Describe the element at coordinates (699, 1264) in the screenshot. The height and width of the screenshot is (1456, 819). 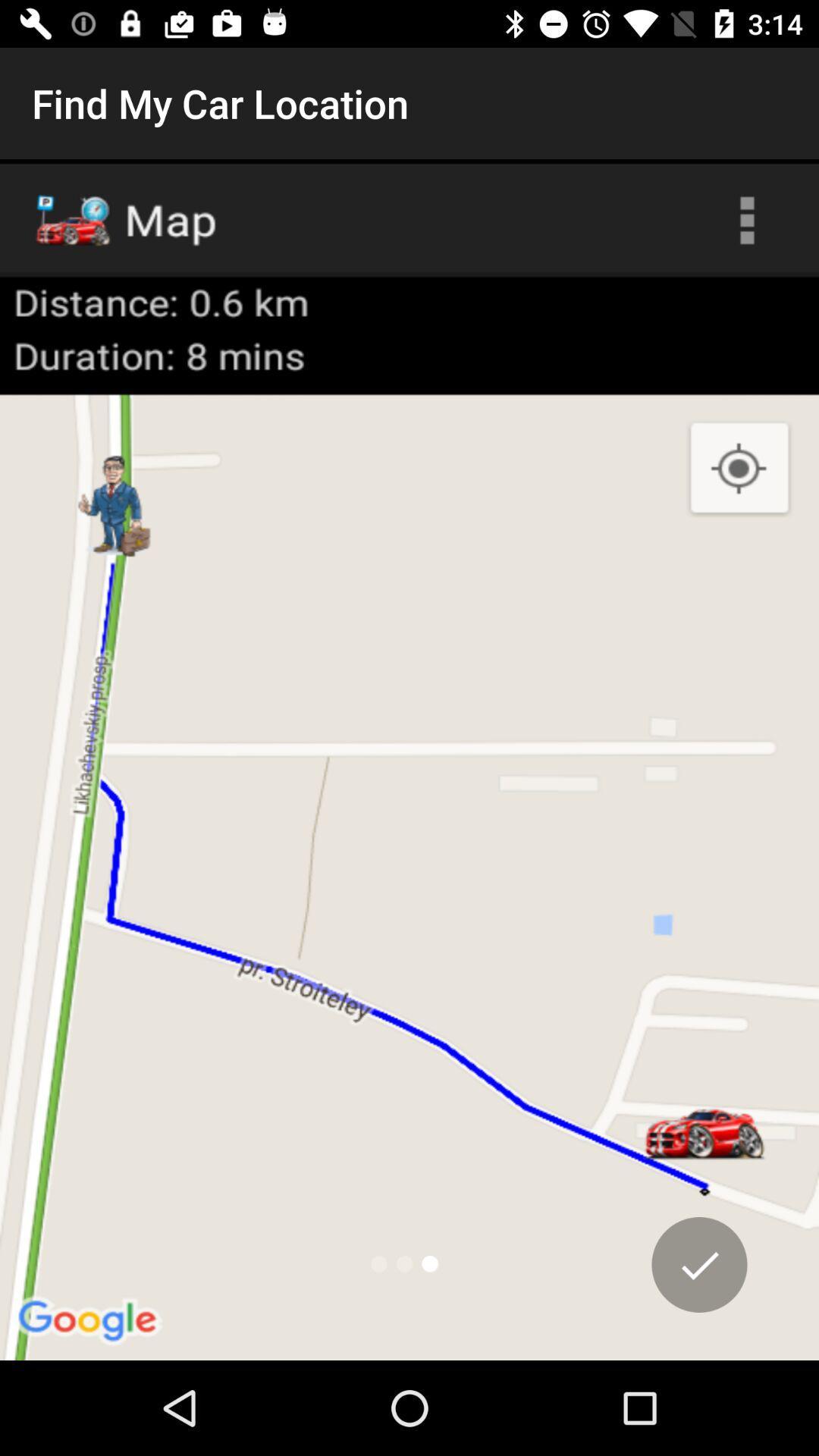
I see `option` at that location.